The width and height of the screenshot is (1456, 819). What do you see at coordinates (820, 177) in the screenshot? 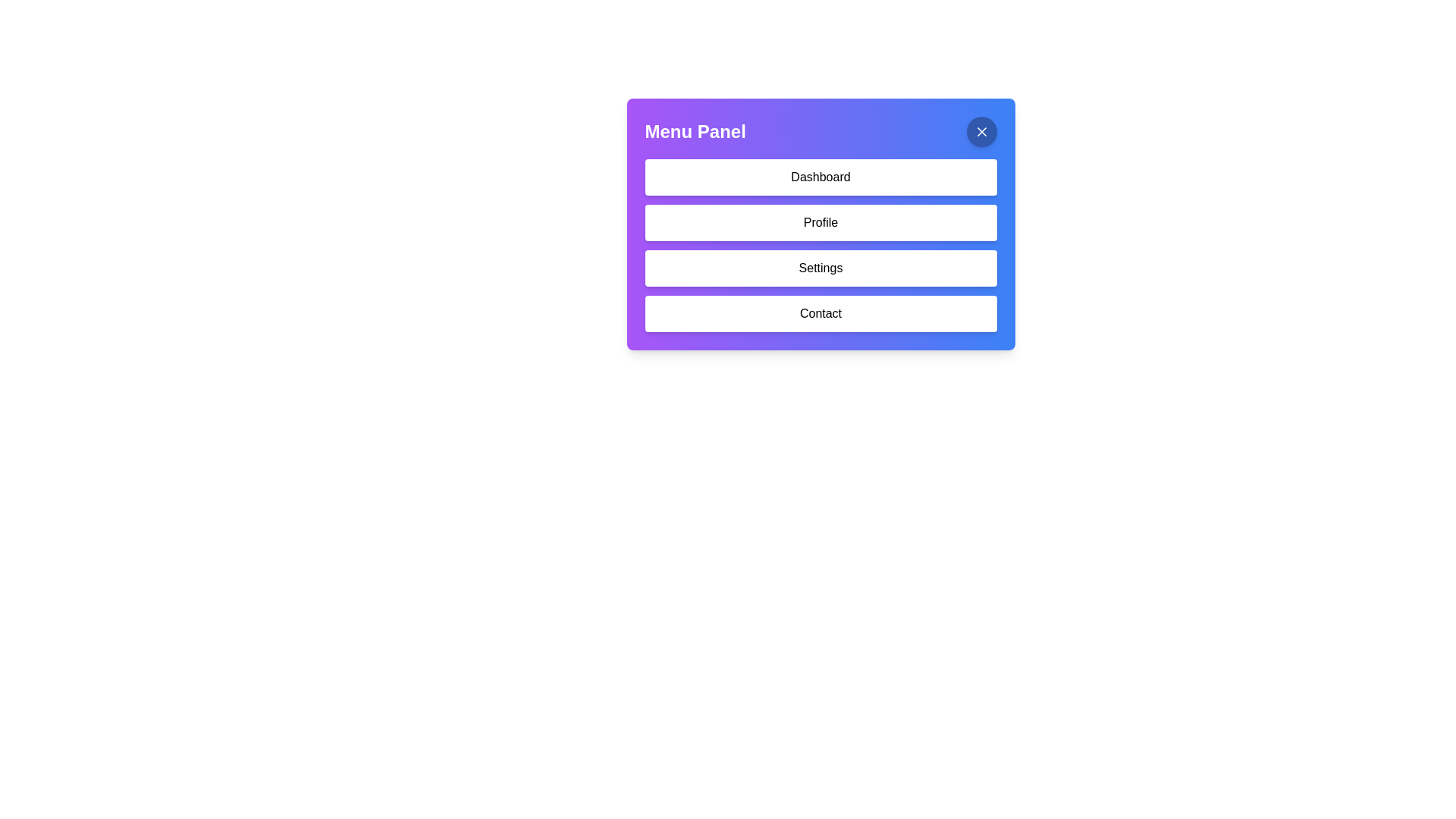
I see `the first button in the vertically aligned group located beneath the 'Menu Panel' header` at bounding box center [820, 177].